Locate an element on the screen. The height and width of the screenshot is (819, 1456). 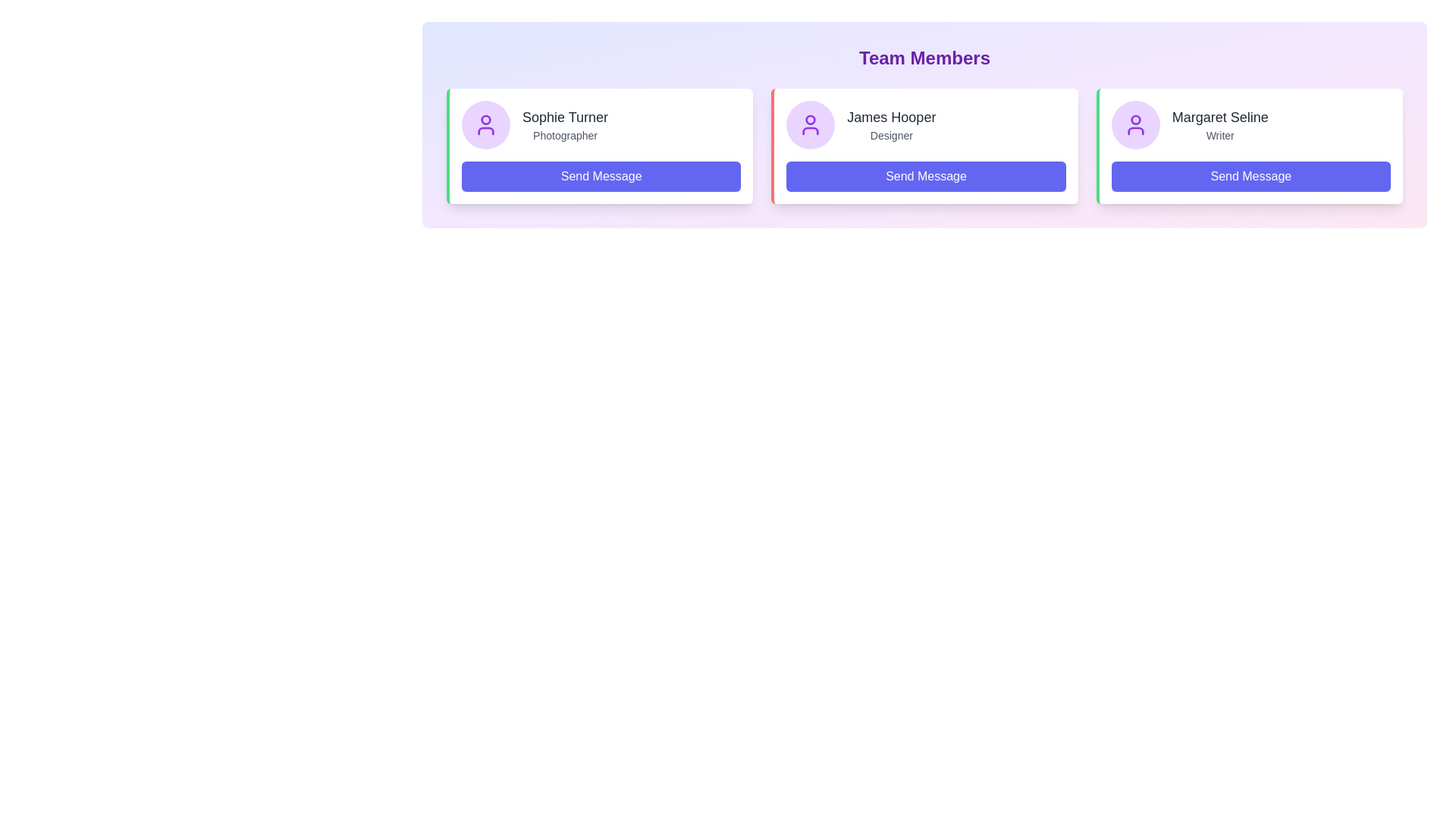
the profile icon representing 'Sophie Turner', located in the top-left corner of the card is located at coordinates (486, 124).